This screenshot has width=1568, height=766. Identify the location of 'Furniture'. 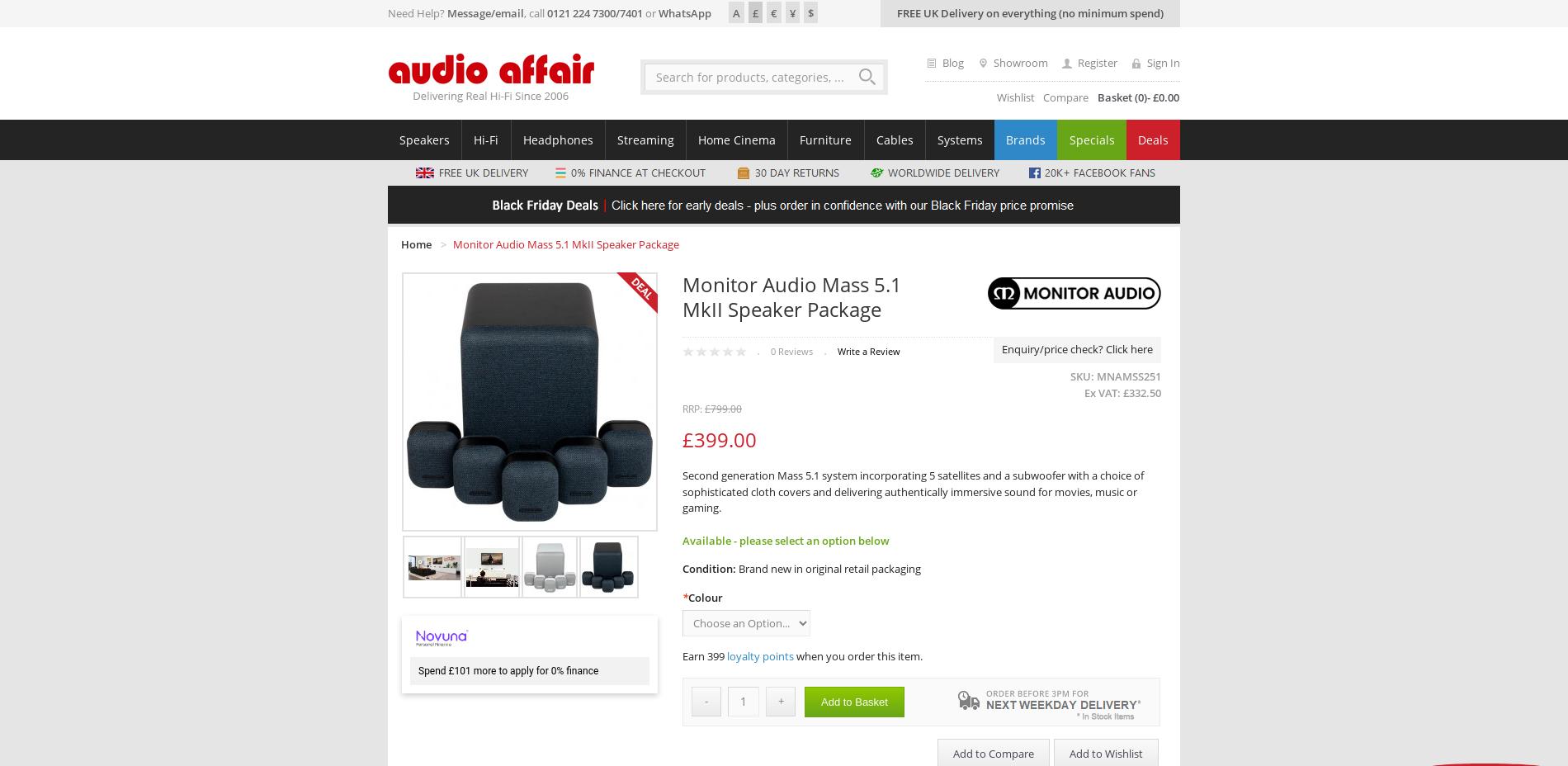
(825, 139).